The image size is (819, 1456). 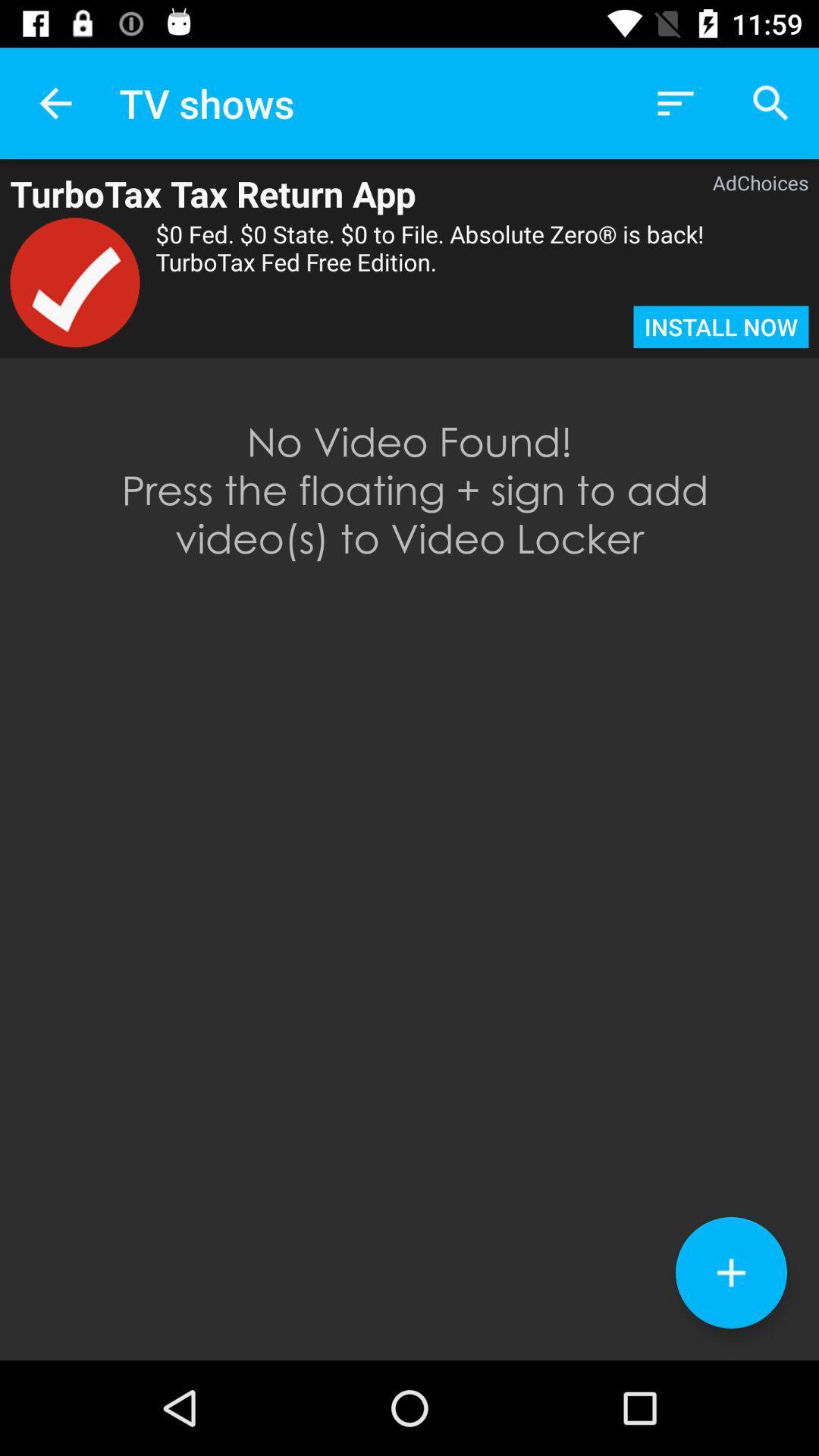 What do you see at coordinates (55, 102) in the screenshot?
I see `app to the left of the tv shows icon` at bounding box center [55, 102].